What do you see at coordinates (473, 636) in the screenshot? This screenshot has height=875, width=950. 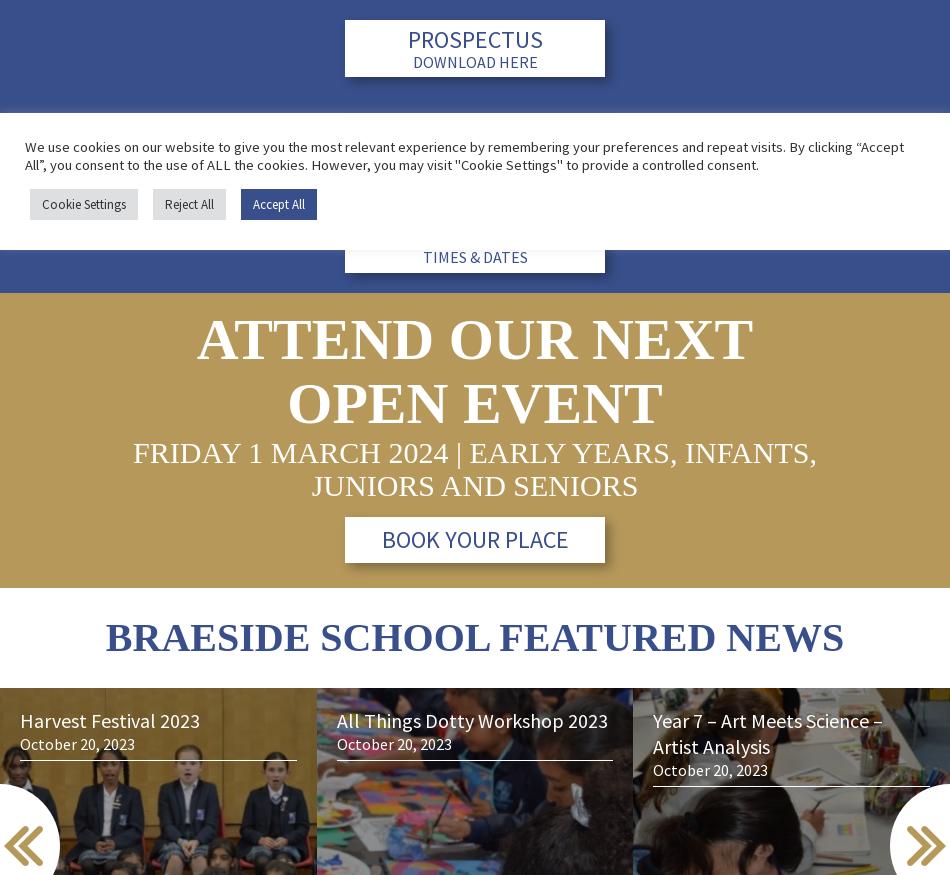 I see `'Braeside School Featured News'` at bounding box center [473, 636].